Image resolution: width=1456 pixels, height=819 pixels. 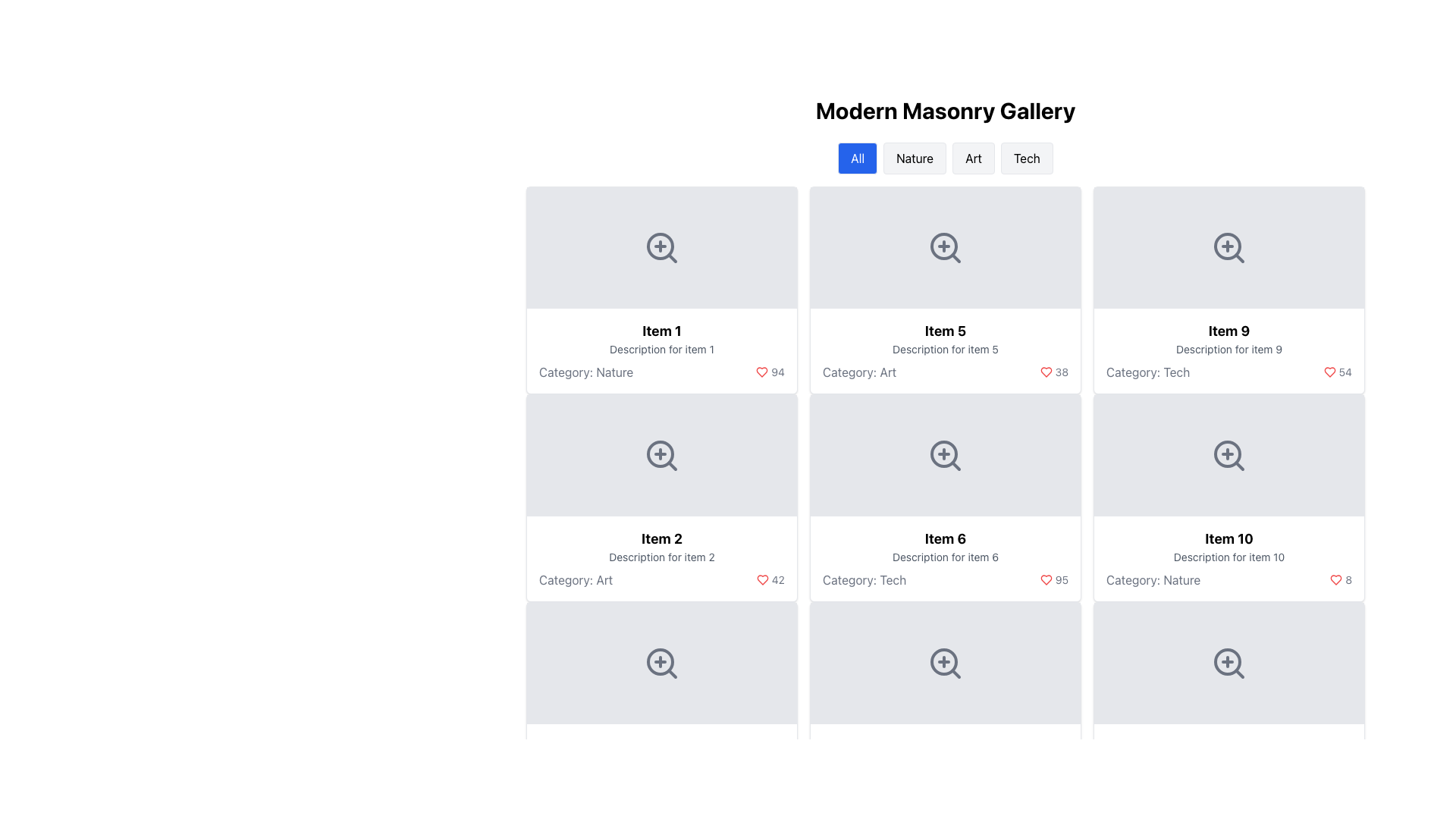 What do you see at coordinates (1338, 372) in the screenshot?
I see `the Like counter located in the lower right corner of the card for 'Item 9', which displays the number of likes for that item` at bounding box center [1338, 372].